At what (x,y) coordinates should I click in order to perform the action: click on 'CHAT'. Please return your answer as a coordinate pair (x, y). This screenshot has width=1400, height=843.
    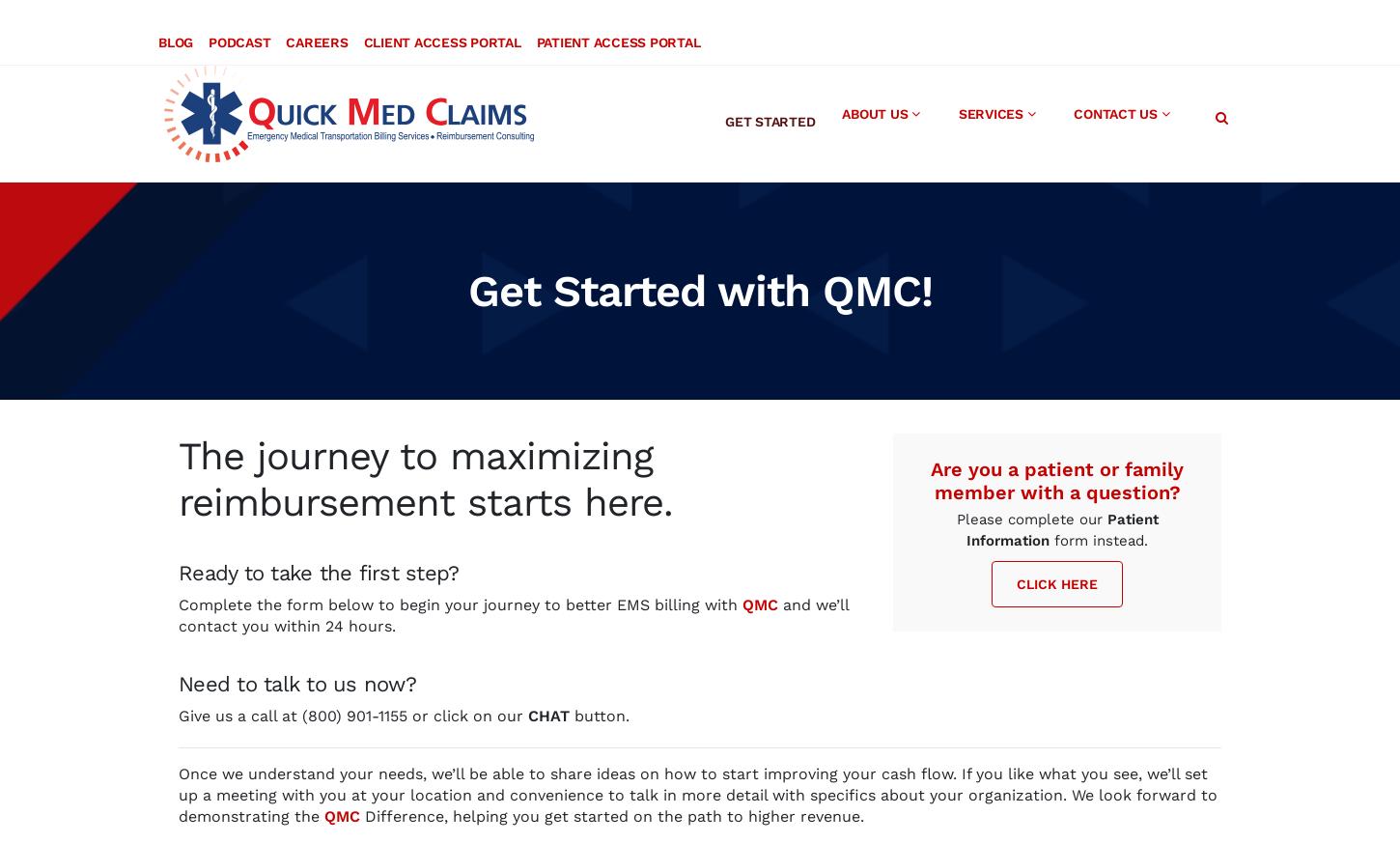
    Looking at the image, I should click on (546, 696).